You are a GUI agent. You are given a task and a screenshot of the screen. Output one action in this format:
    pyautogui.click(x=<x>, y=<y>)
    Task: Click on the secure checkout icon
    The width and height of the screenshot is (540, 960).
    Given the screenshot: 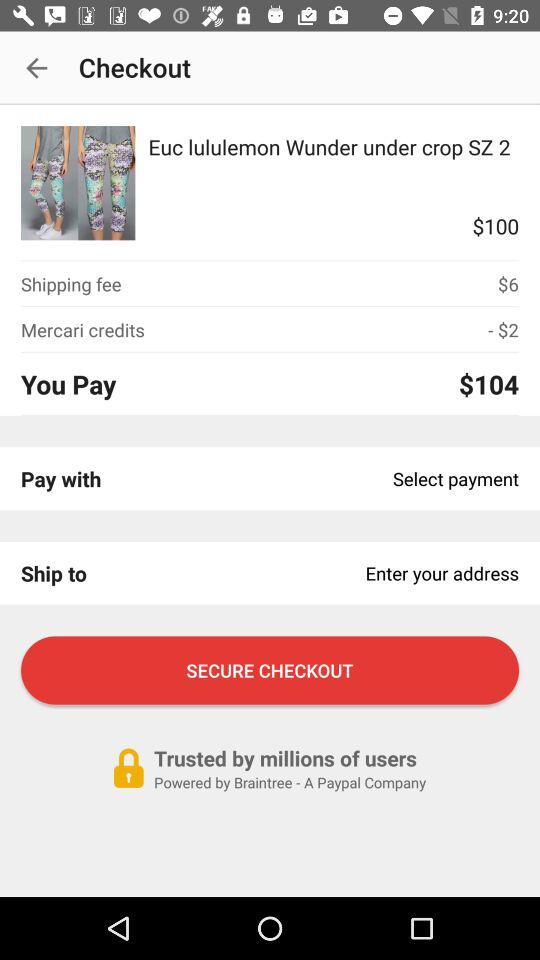 What is the action you would take?
    pyautogui.click(x=270, y=670)
    